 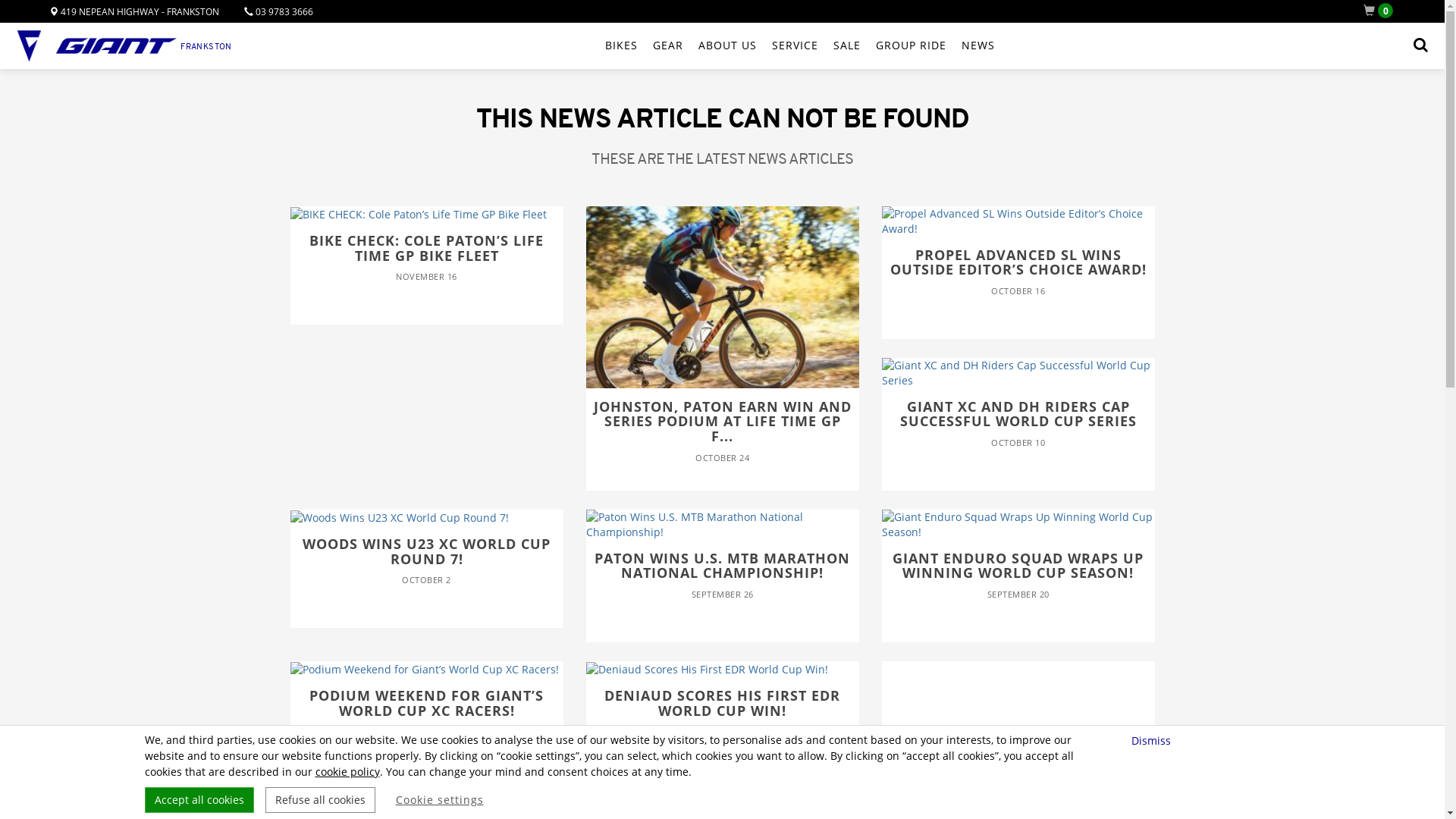 What do you see at coordinates (621, 45) in the screenshot?
I see `'BIKES'` at bounding box center [621, 45].